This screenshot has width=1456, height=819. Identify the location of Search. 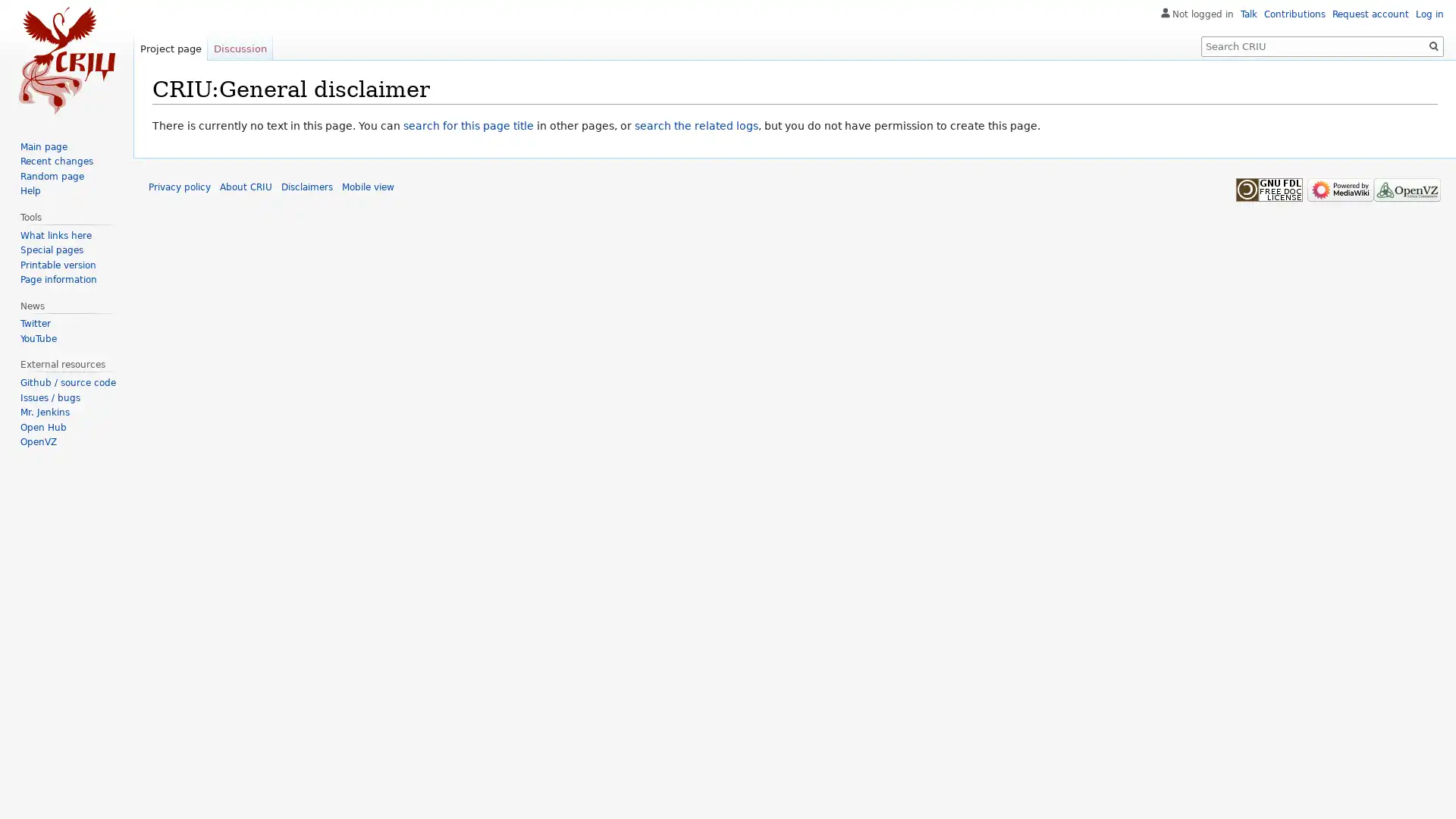
(1433, 45).